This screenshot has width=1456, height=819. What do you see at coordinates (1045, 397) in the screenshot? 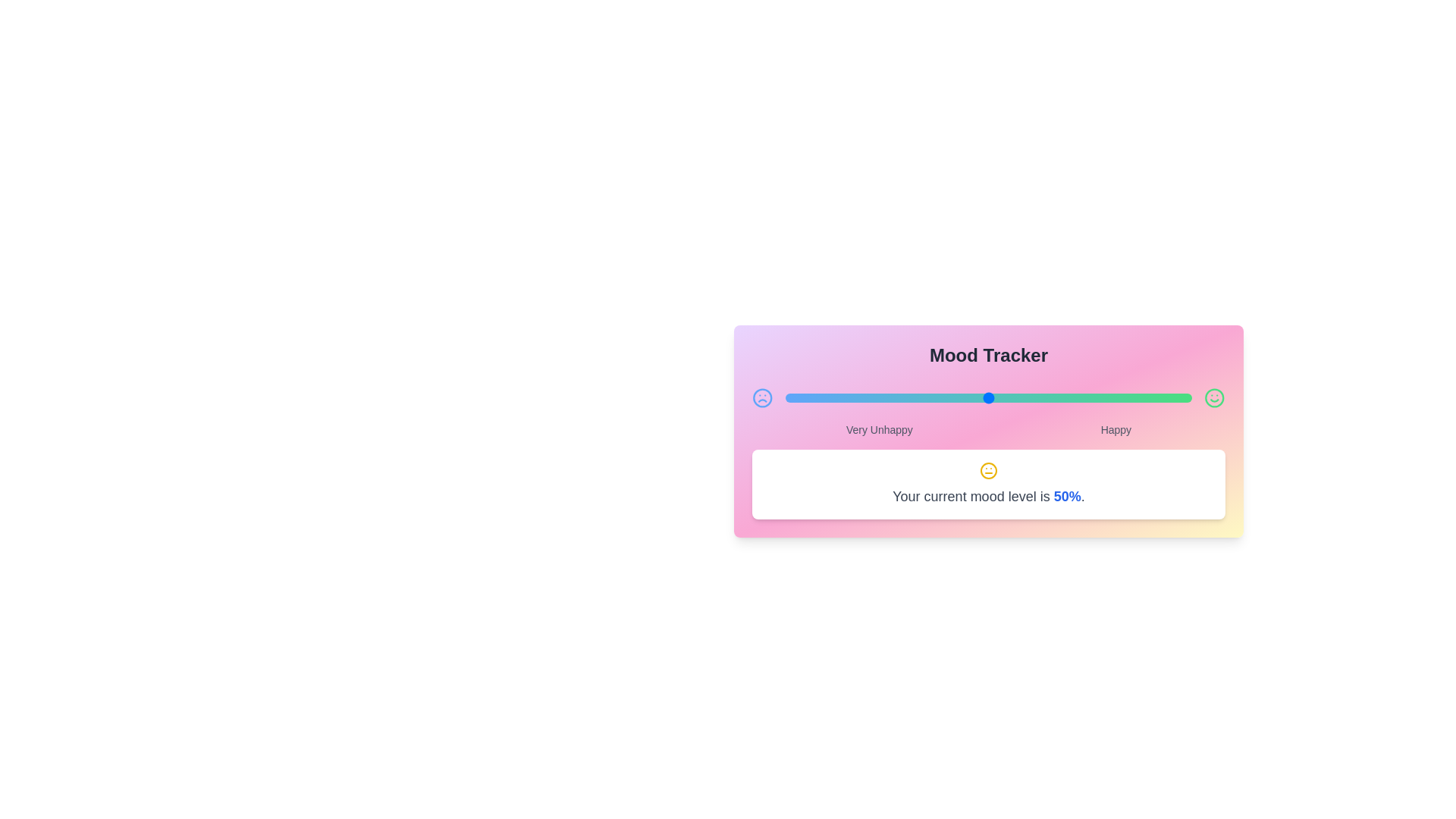
I see `the mood level to 64% using the slider` at bounding box center [1045, 397].